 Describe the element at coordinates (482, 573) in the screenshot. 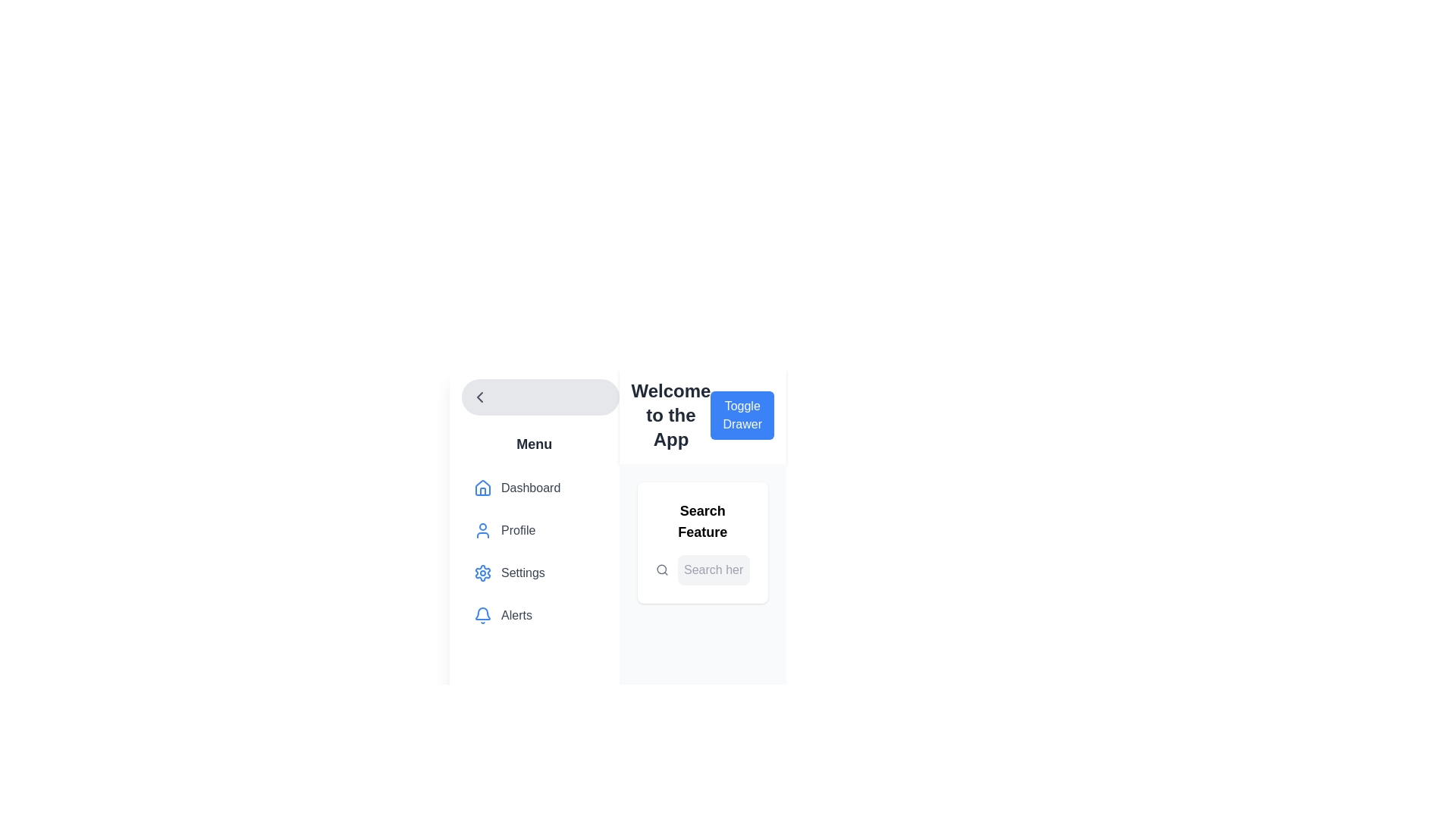

I see `the blue gear/cogwheel icon associated with the 'Settings' menu item, which is the first icon in the 'Settings' group located in the vertical menu on the left side of the interface` at that location.